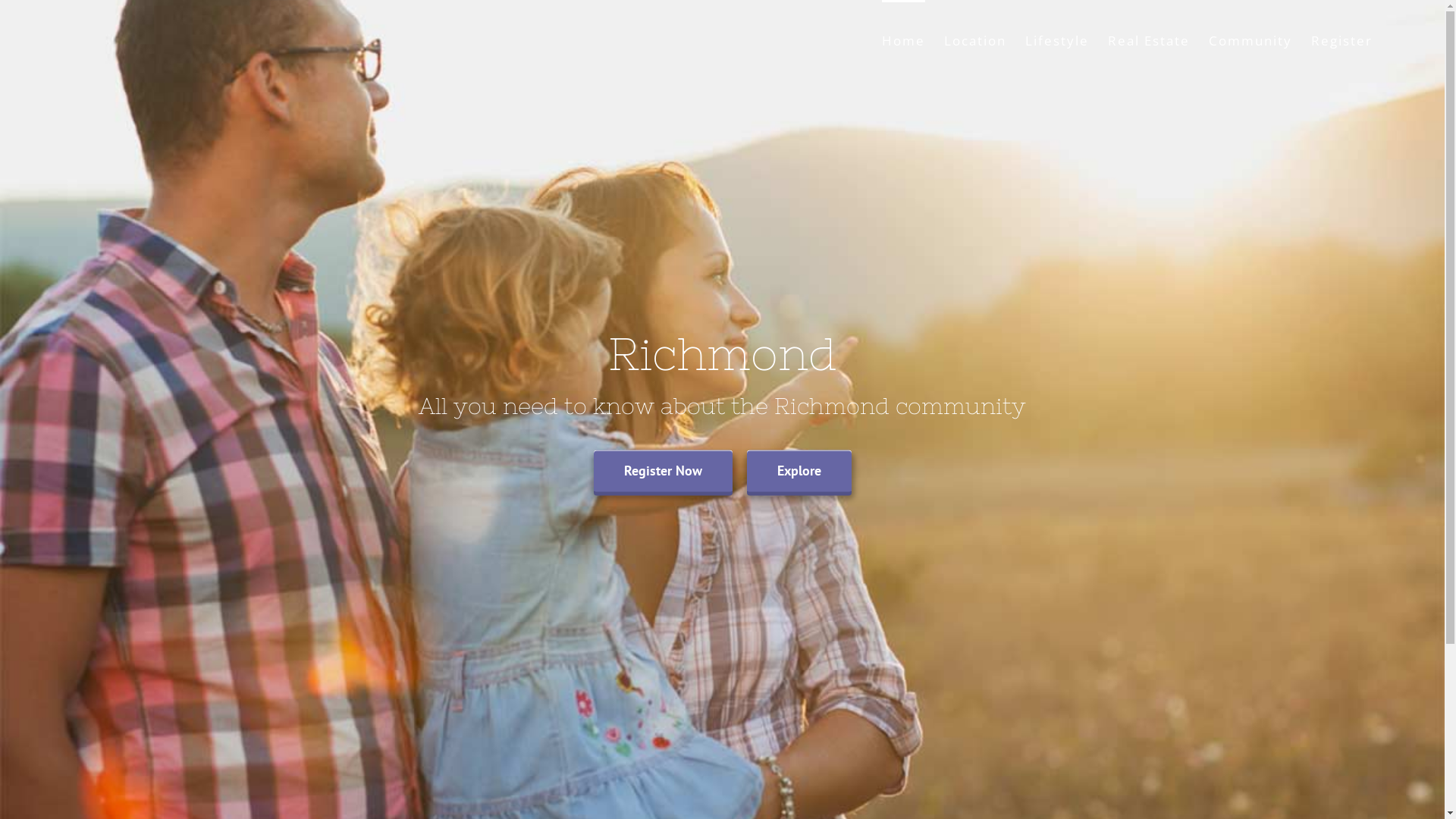 The height and width of the screenshot is (819, 1456). What do you see at coordinates (662, 470) in the screenshot?
I see `'Register Now'` at bounding box center [662, 470].